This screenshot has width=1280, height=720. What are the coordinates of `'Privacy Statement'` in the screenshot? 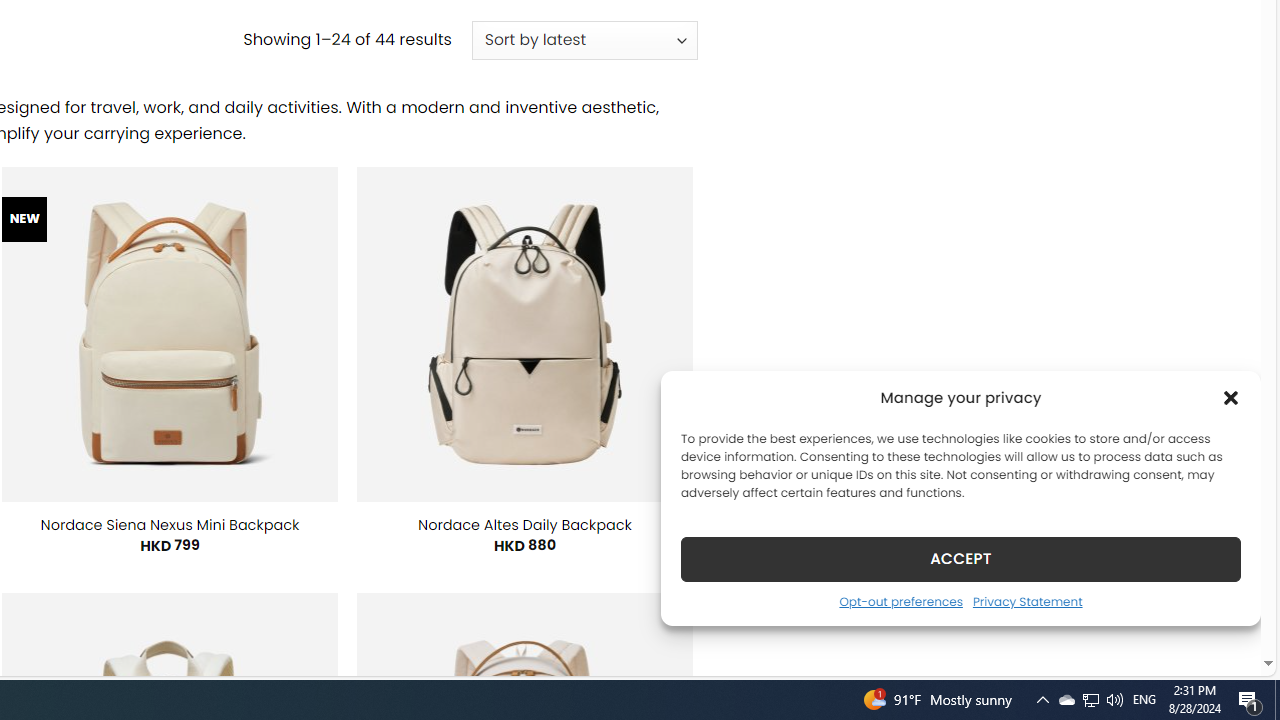 It's located at (1027, 600).